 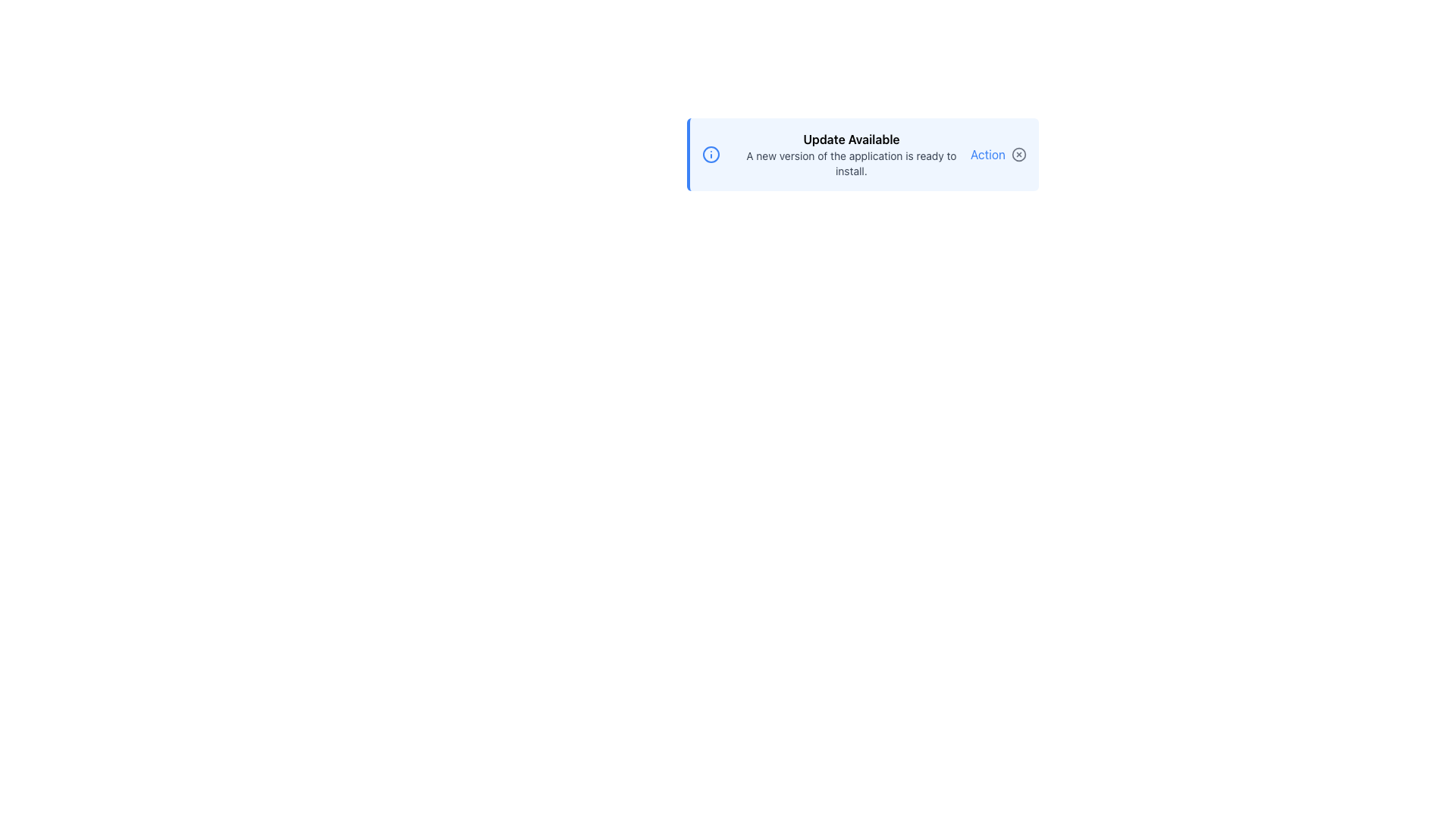 What do you see at coordinates (997, 155) in the screenshot?
I see `the blue 'Action' text located on the rightmost side of the notification banner labeled 'Update Available'` at bounding box center [997, 155].